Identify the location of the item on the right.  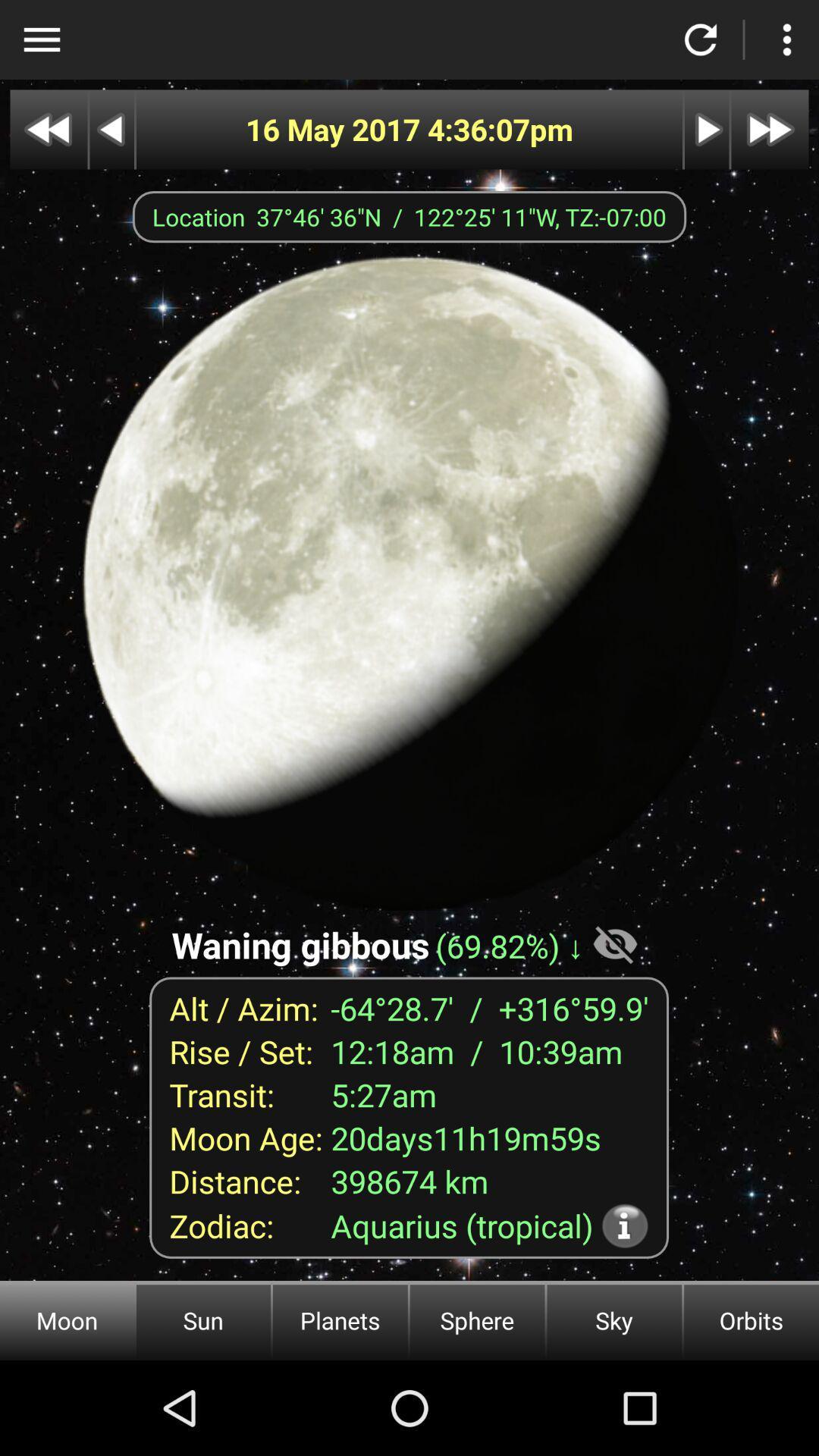
(615, 943).